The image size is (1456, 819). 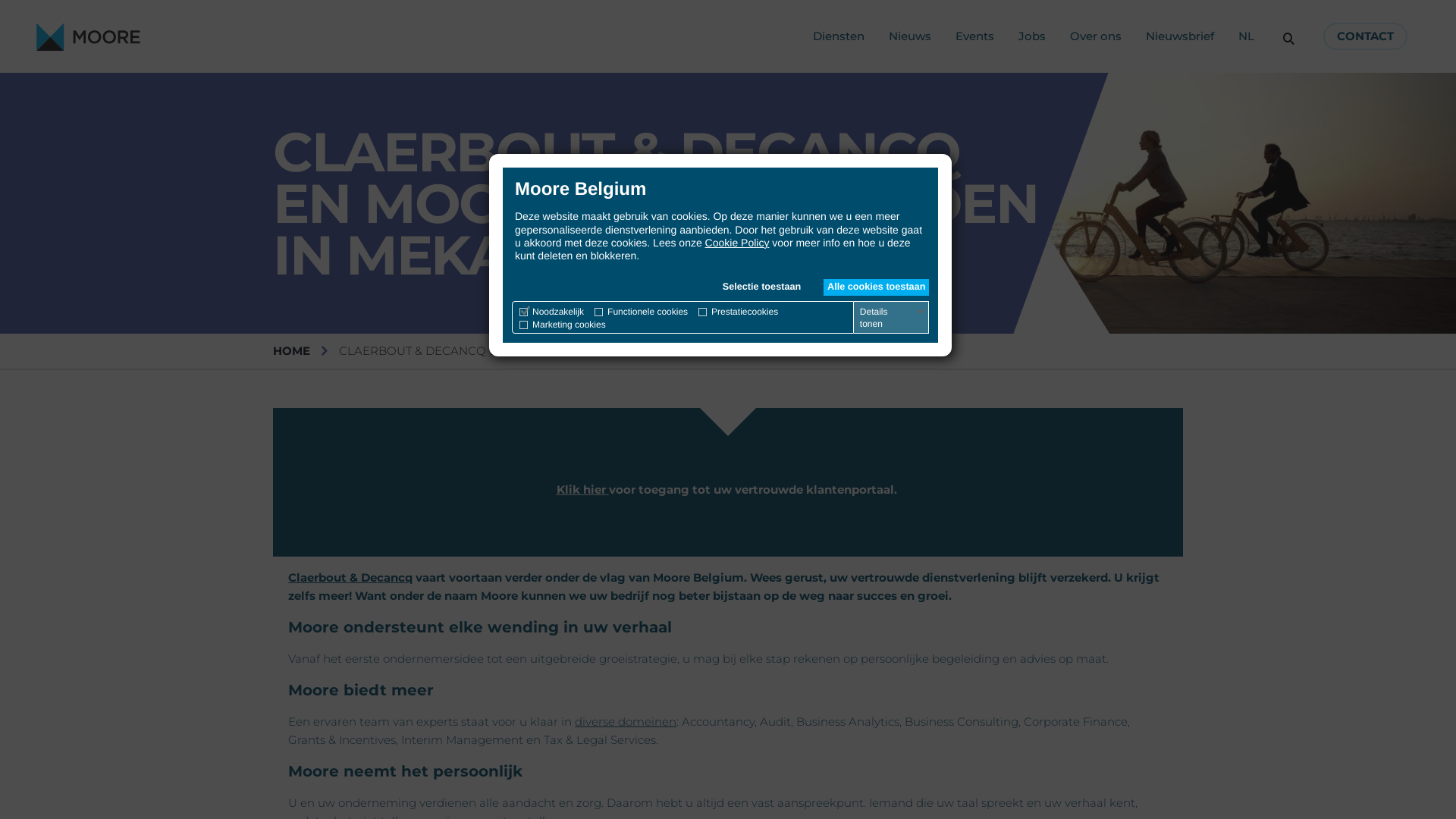 I want to click on 'Events', so click(x=974, y=35).